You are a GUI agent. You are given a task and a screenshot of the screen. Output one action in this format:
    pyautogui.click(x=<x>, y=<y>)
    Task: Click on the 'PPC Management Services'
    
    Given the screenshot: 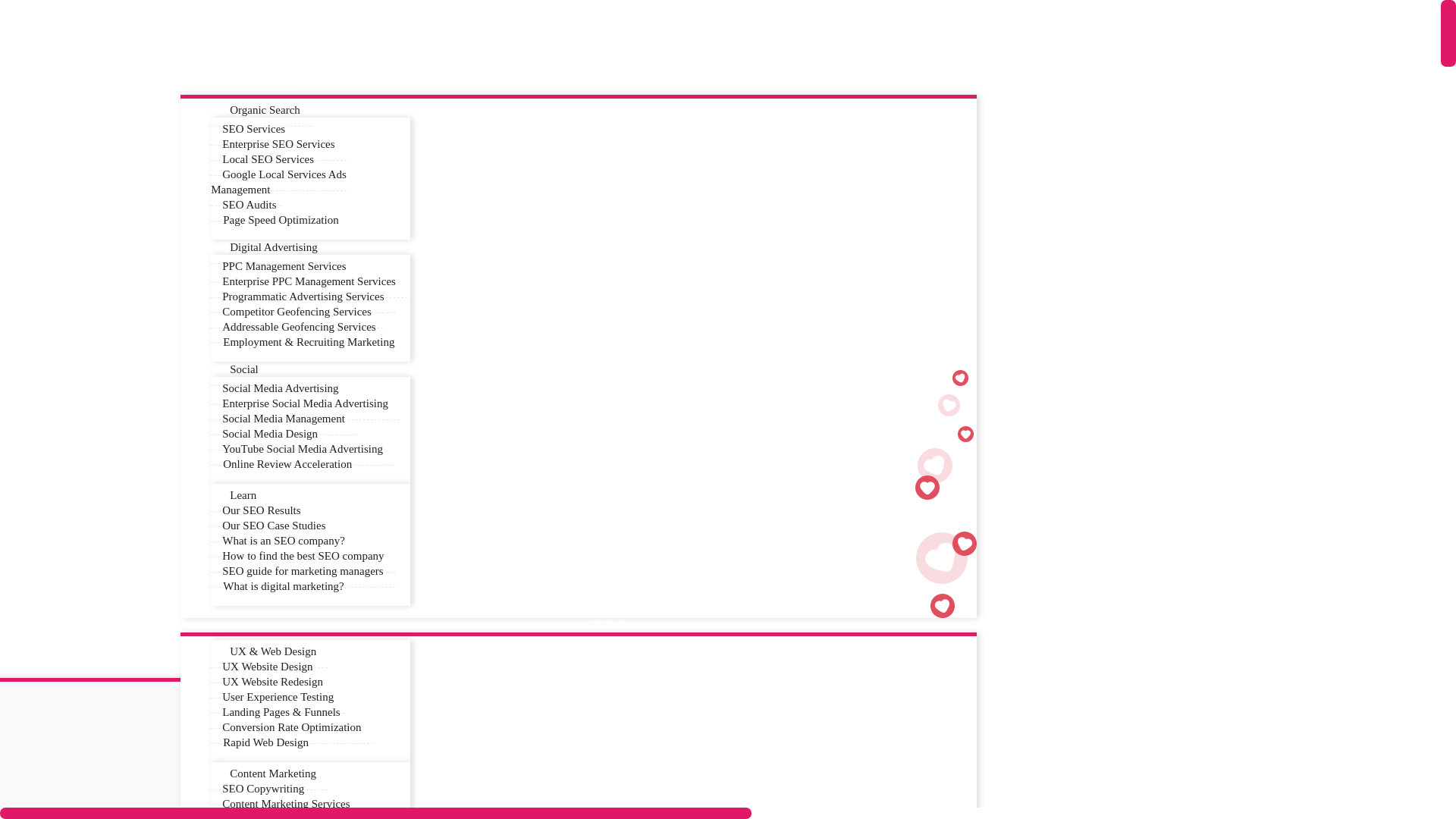 What is the action you would take?
    pyautogui.click(x=284, y=265)
    